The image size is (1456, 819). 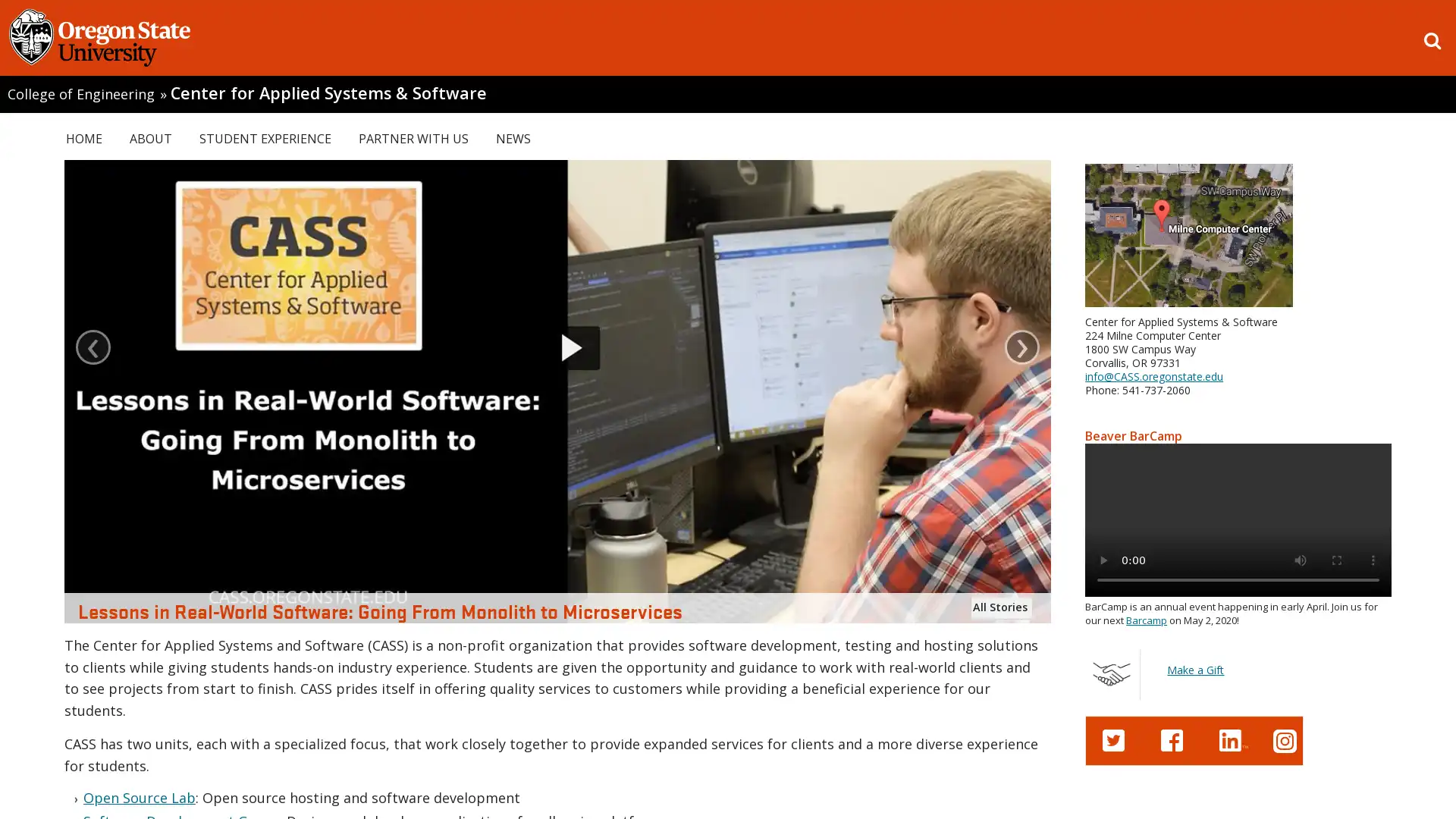 I want to click on enter full screen, so click(x=1335, y=559).